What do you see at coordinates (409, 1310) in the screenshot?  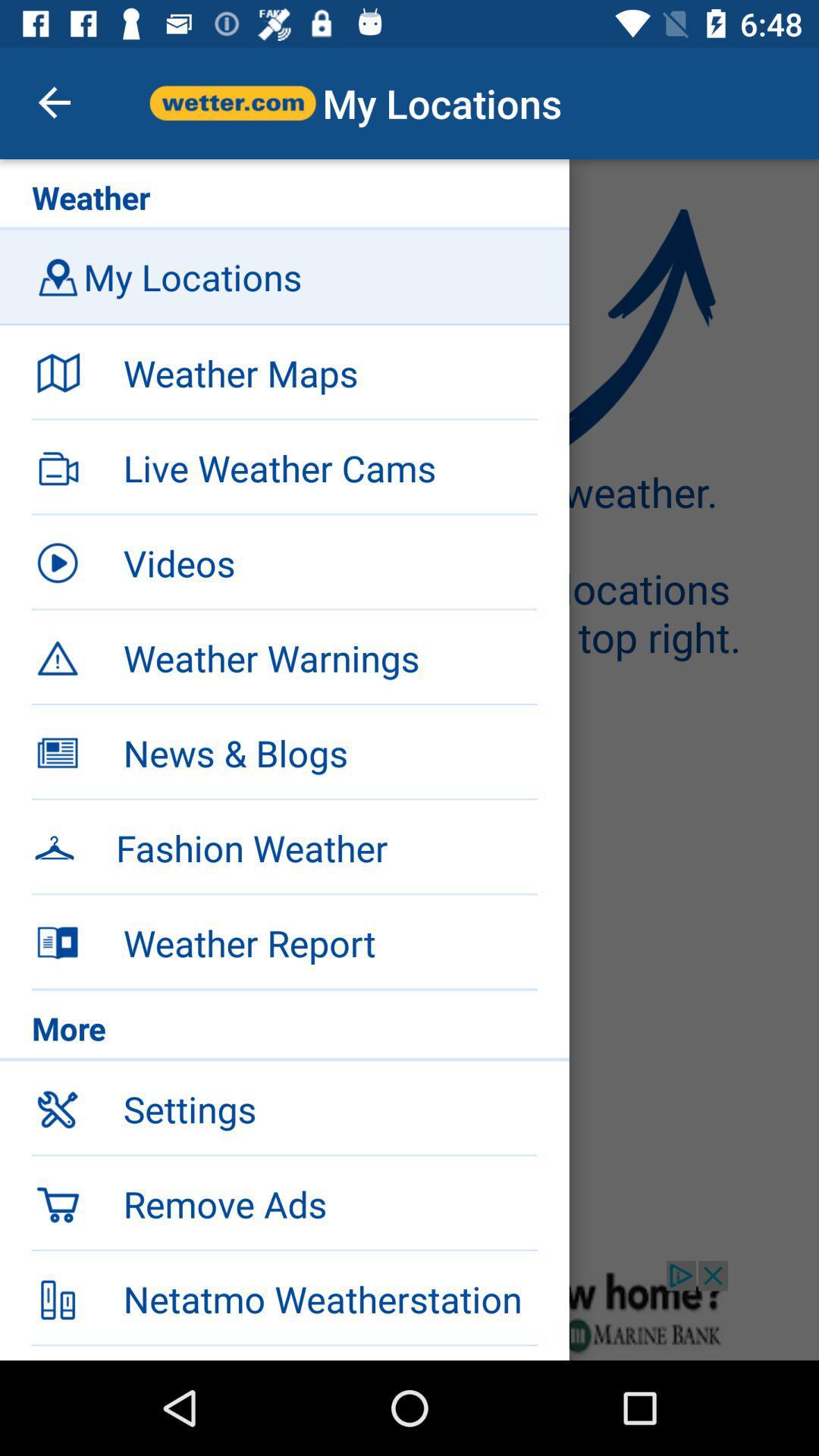 I see `display advertisement site` at bounding box center [409, 1310].